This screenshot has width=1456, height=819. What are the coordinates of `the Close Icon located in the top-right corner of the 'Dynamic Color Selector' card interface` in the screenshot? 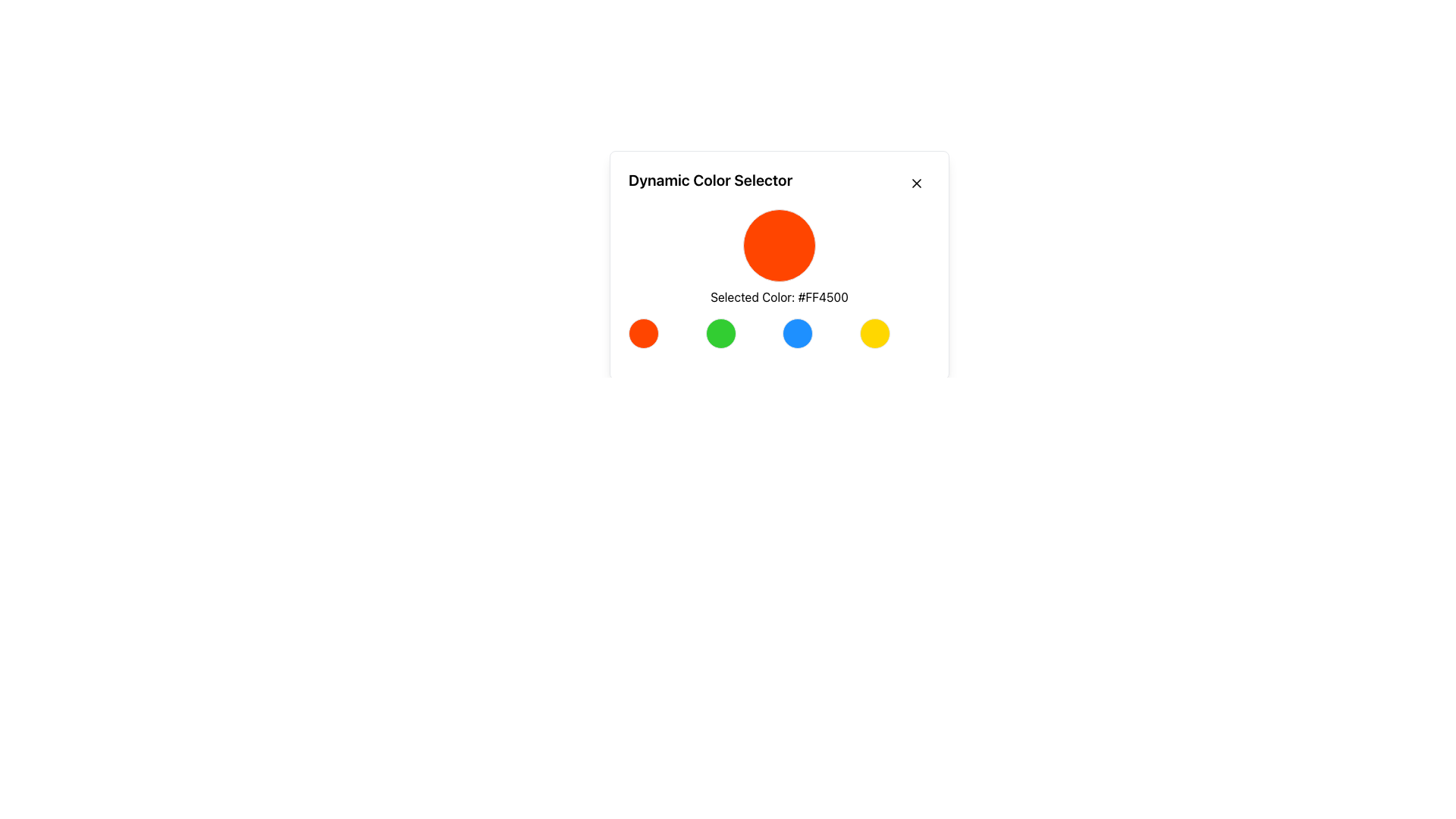 It's located at (916, 183).